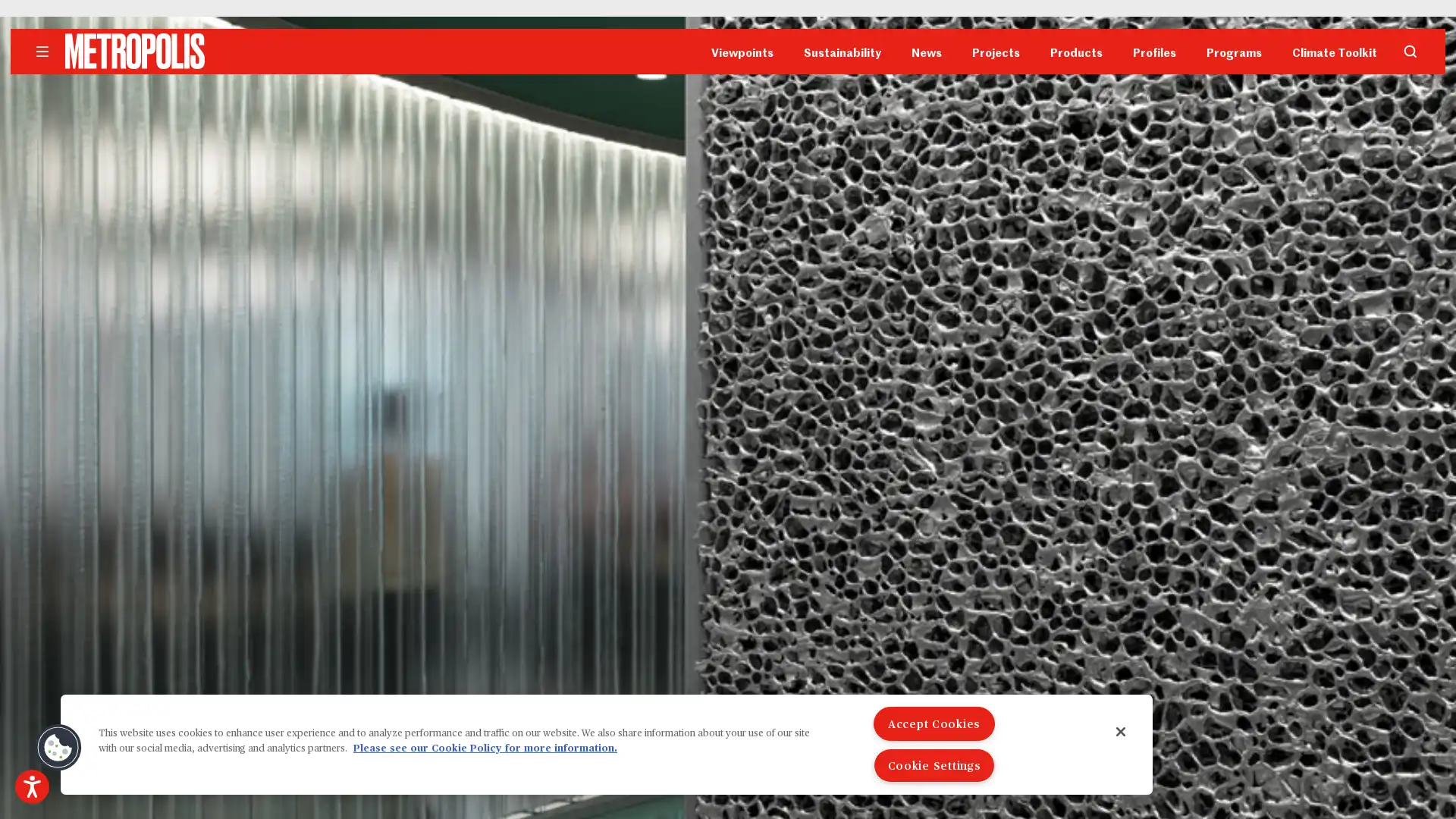 This screenshot has width=1456, height=819. I want to click on Close, so click(924, 166).